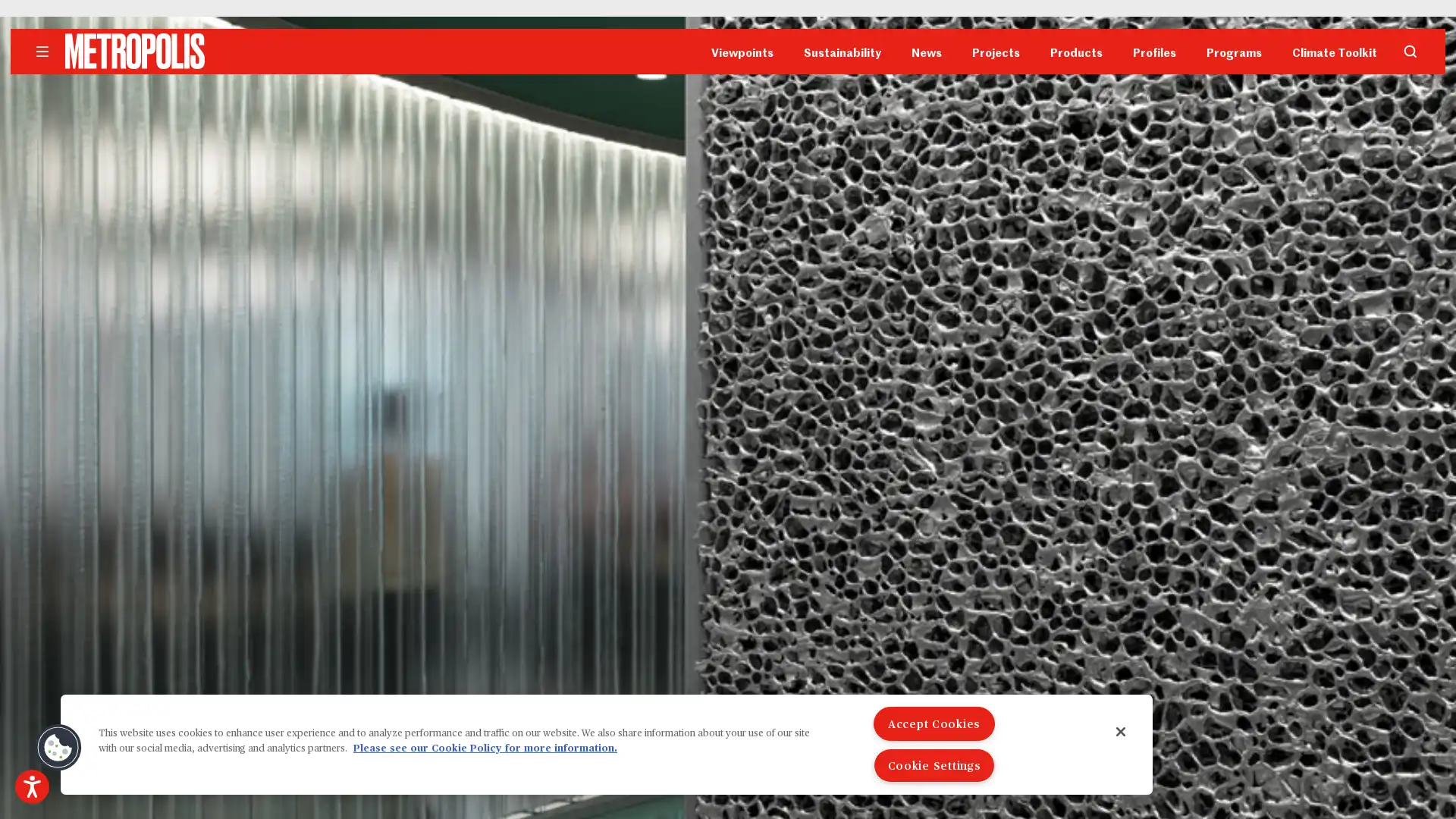 This screenshot has width=1456, height=819. I want to click on Close, so click(924, 166).